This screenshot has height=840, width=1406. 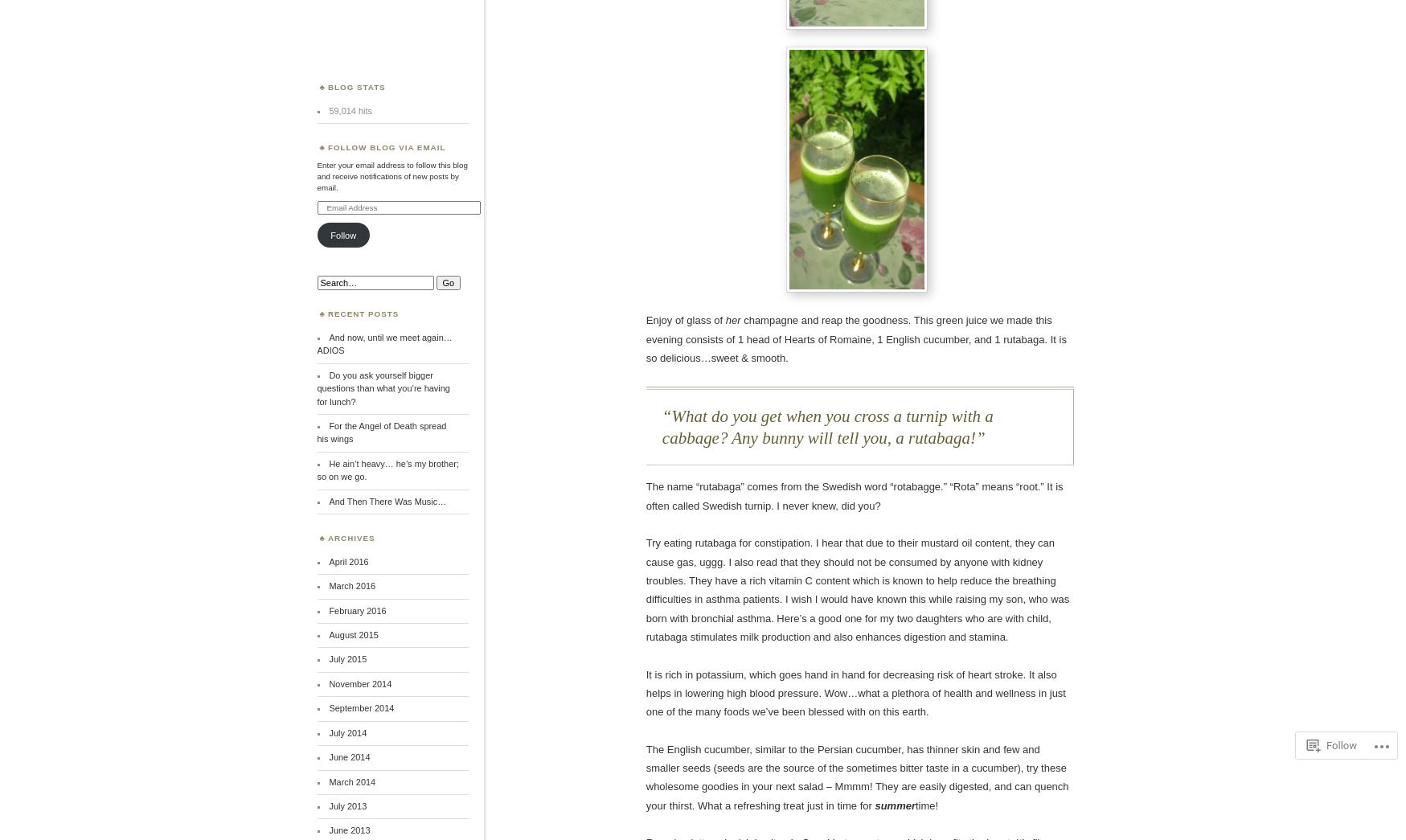 I want to click on 'June 2014', so click(x=348, y=756).